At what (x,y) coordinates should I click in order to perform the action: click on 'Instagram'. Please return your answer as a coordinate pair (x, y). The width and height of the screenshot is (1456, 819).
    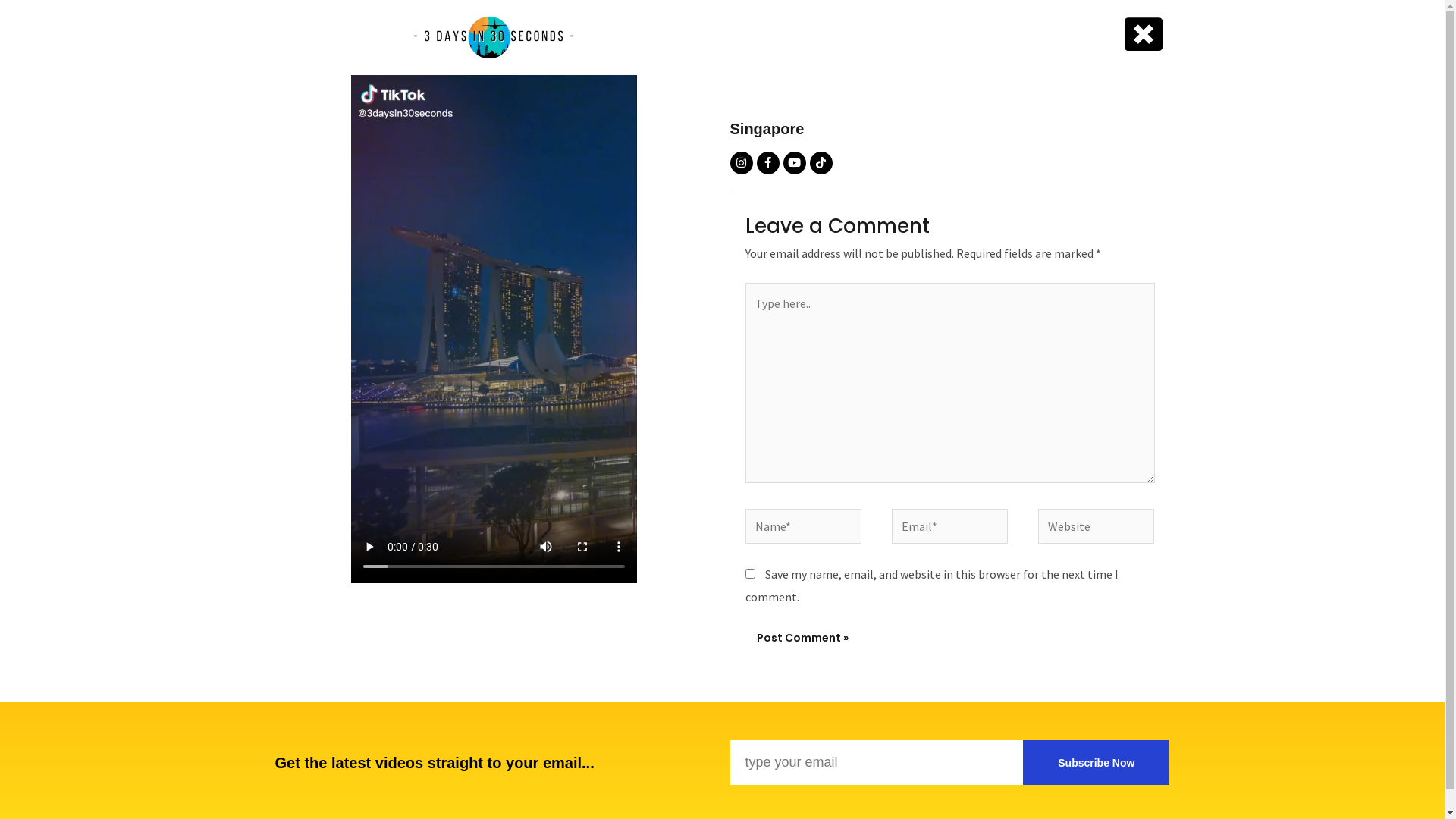
    Looking at the image, I should click on (741, 163).